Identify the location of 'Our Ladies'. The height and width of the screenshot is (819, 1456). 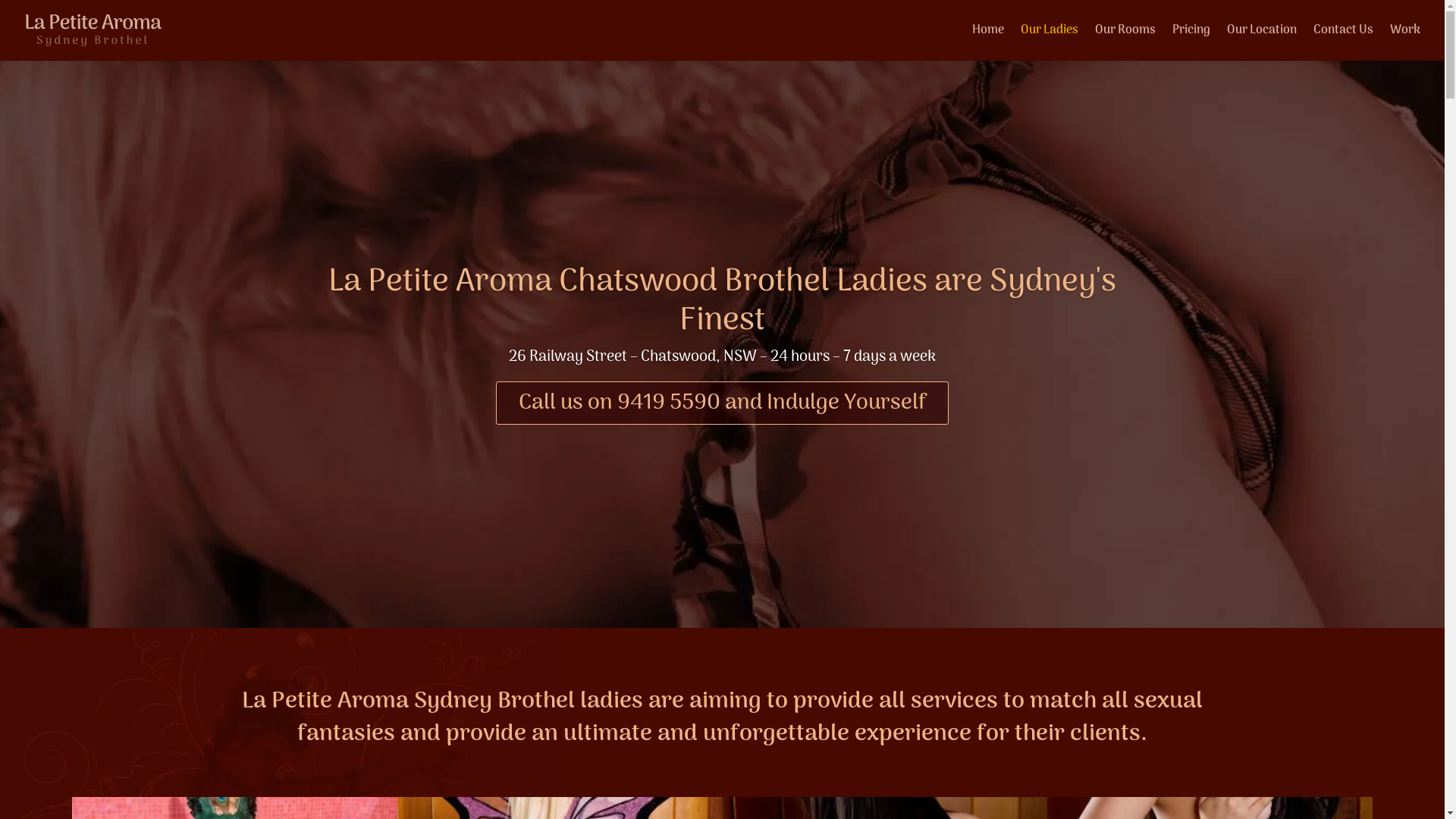
(1048, 42).